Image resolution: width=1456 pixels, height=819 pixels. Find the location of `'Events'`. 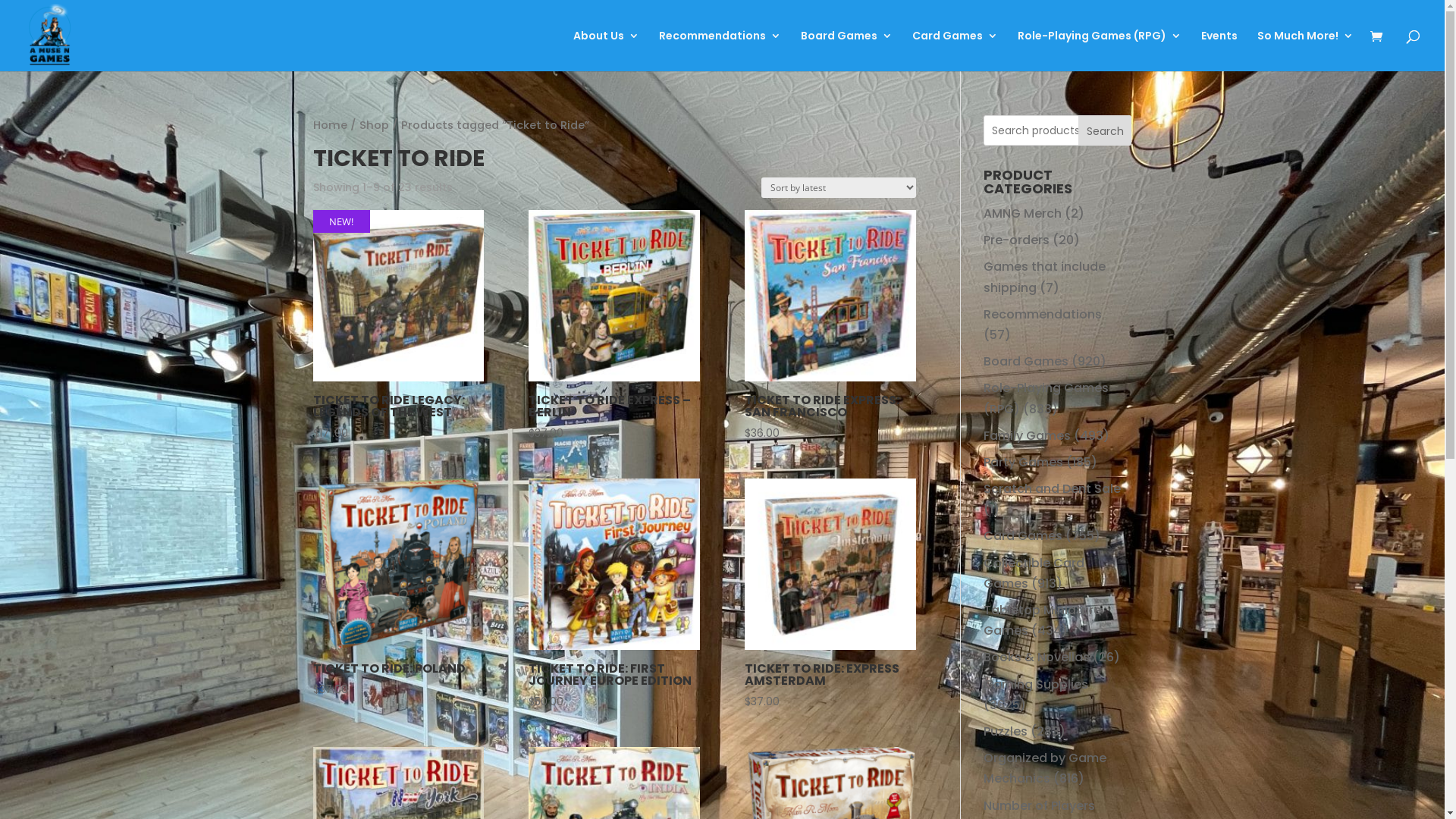

'Events' is located at coordinates (1219, 49).